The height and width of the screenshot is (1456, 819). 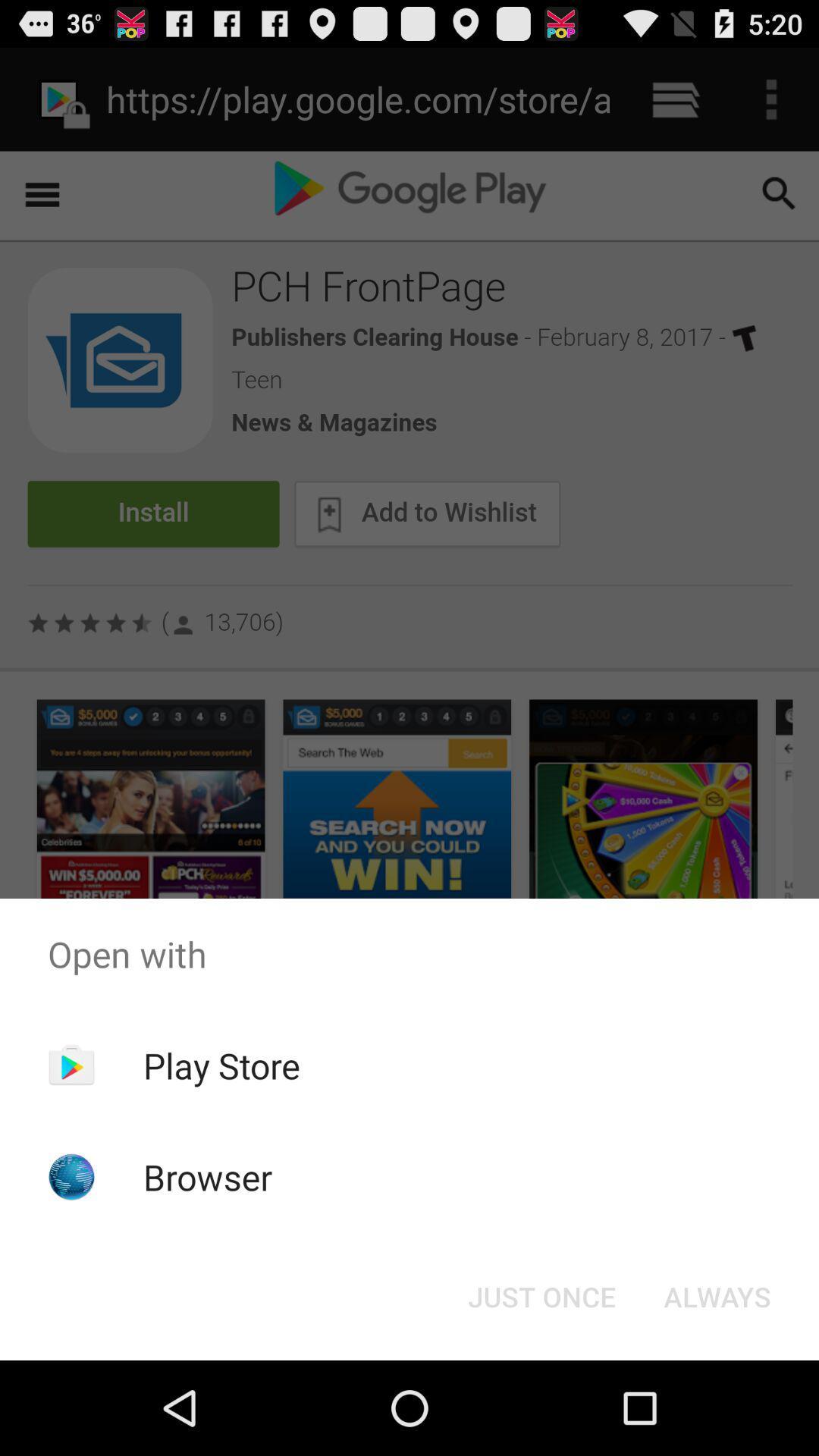 What do you see at coordinates (208, 1176) in the screenshot?
I see `browser` at bounding box center [208, 1176].